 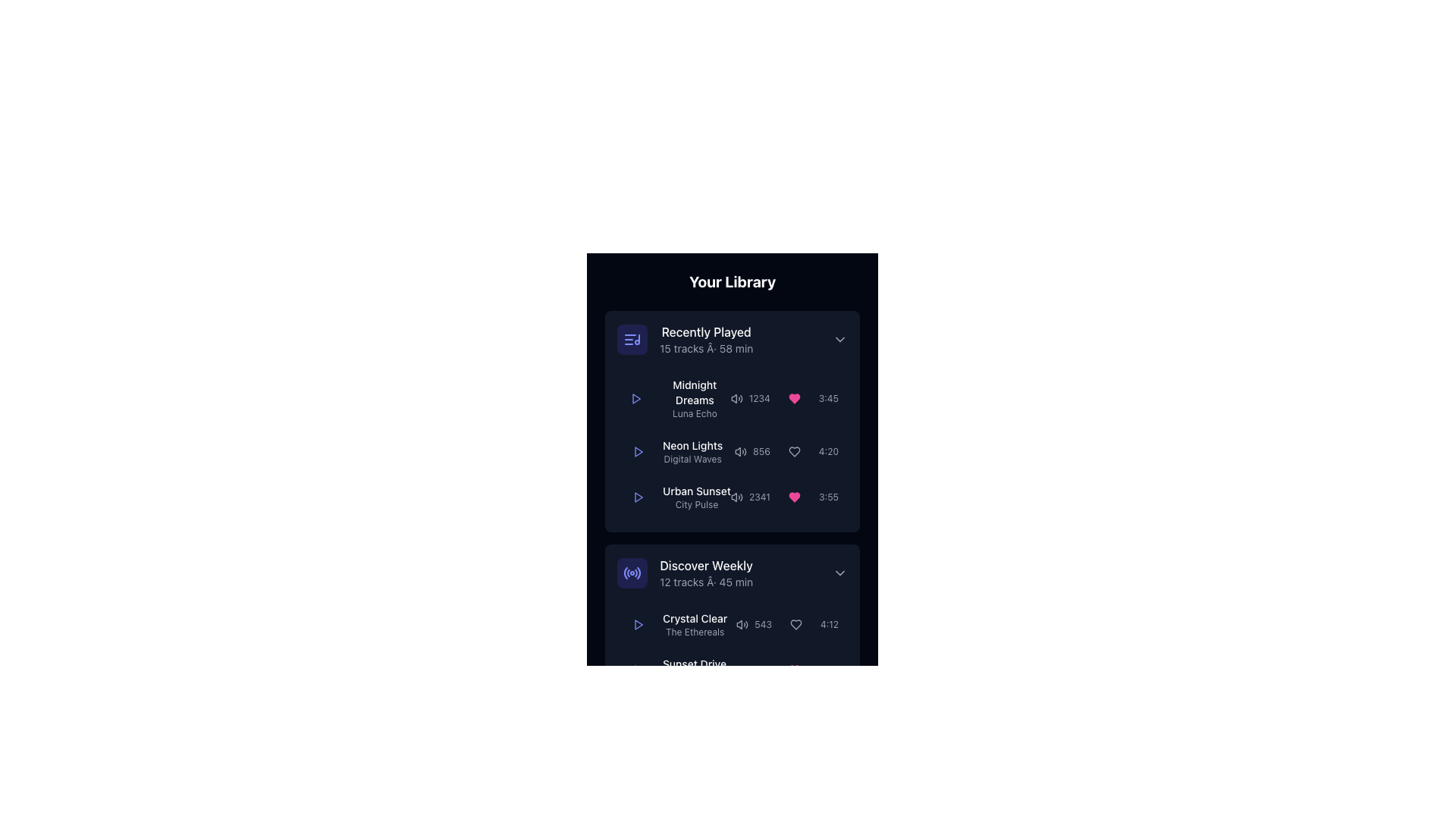 I want to click on the Chevron Right icon located at the far right of the Recently Played card header, so click(x=839, y=338).